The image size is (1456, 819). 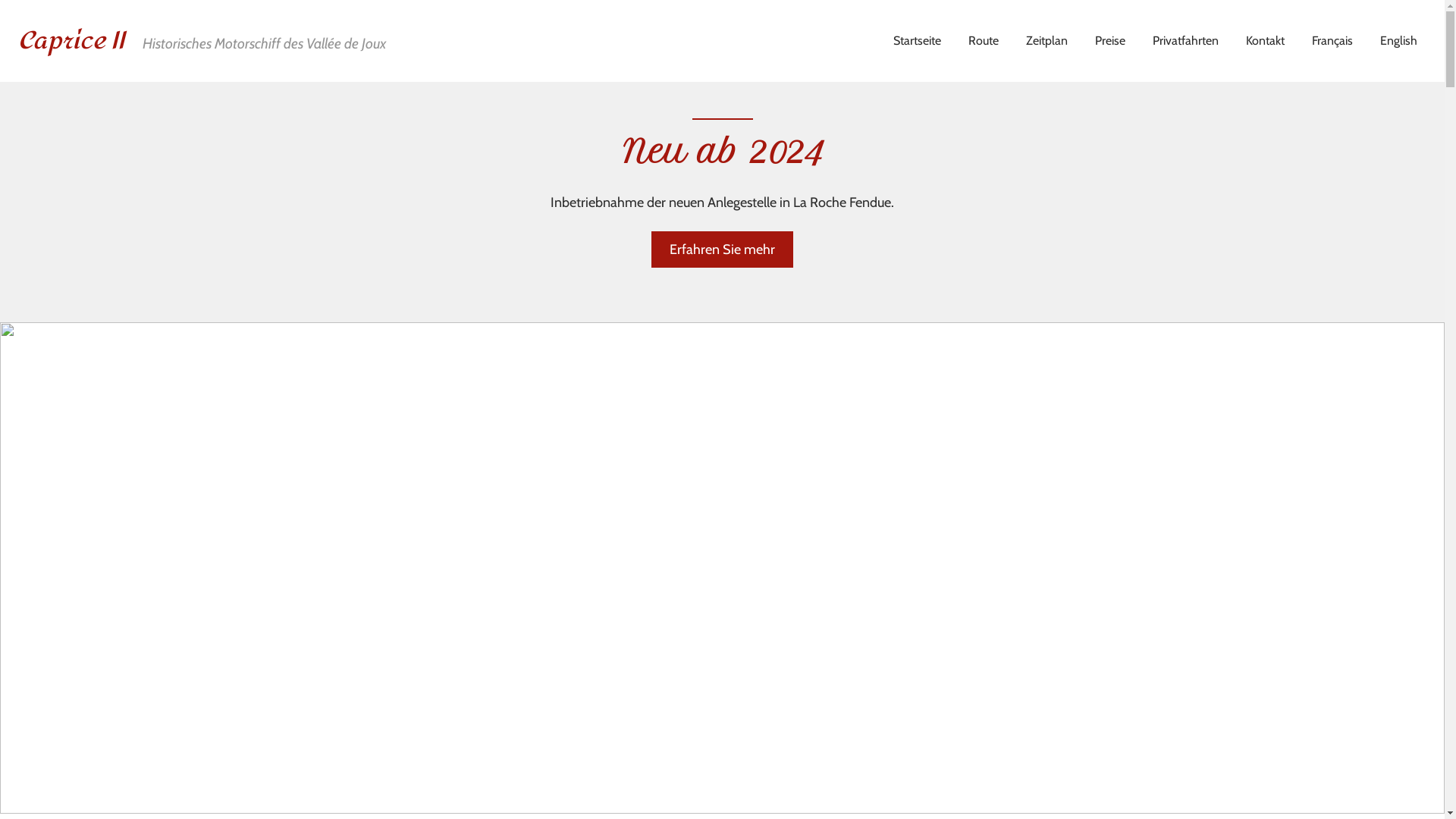 I want to click on 'Kontakt', so click(x=1265, y=40).